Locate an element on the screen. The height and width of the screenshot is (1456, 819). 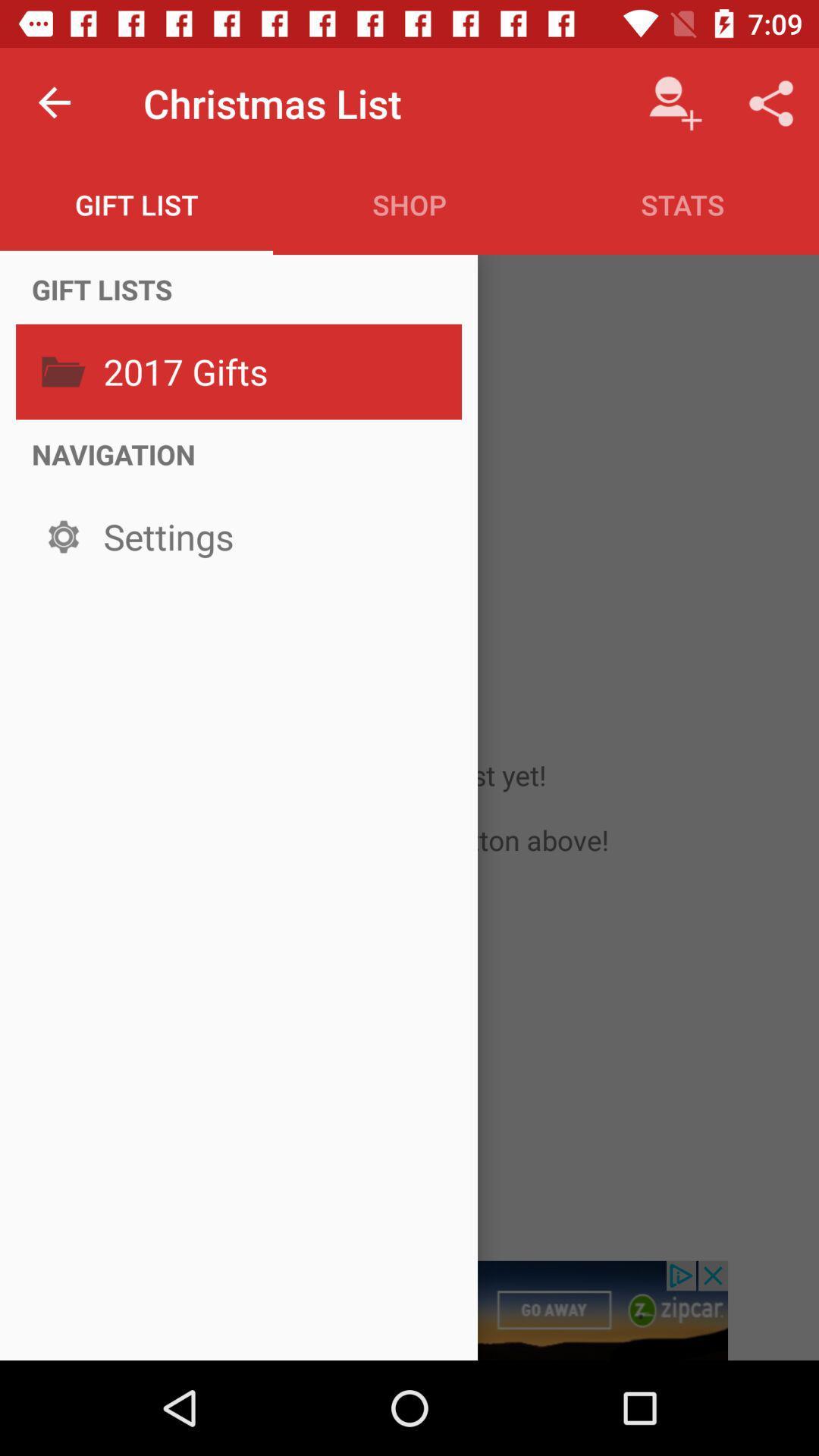
icon to the left of shop item is located at coordinates (136, 204).